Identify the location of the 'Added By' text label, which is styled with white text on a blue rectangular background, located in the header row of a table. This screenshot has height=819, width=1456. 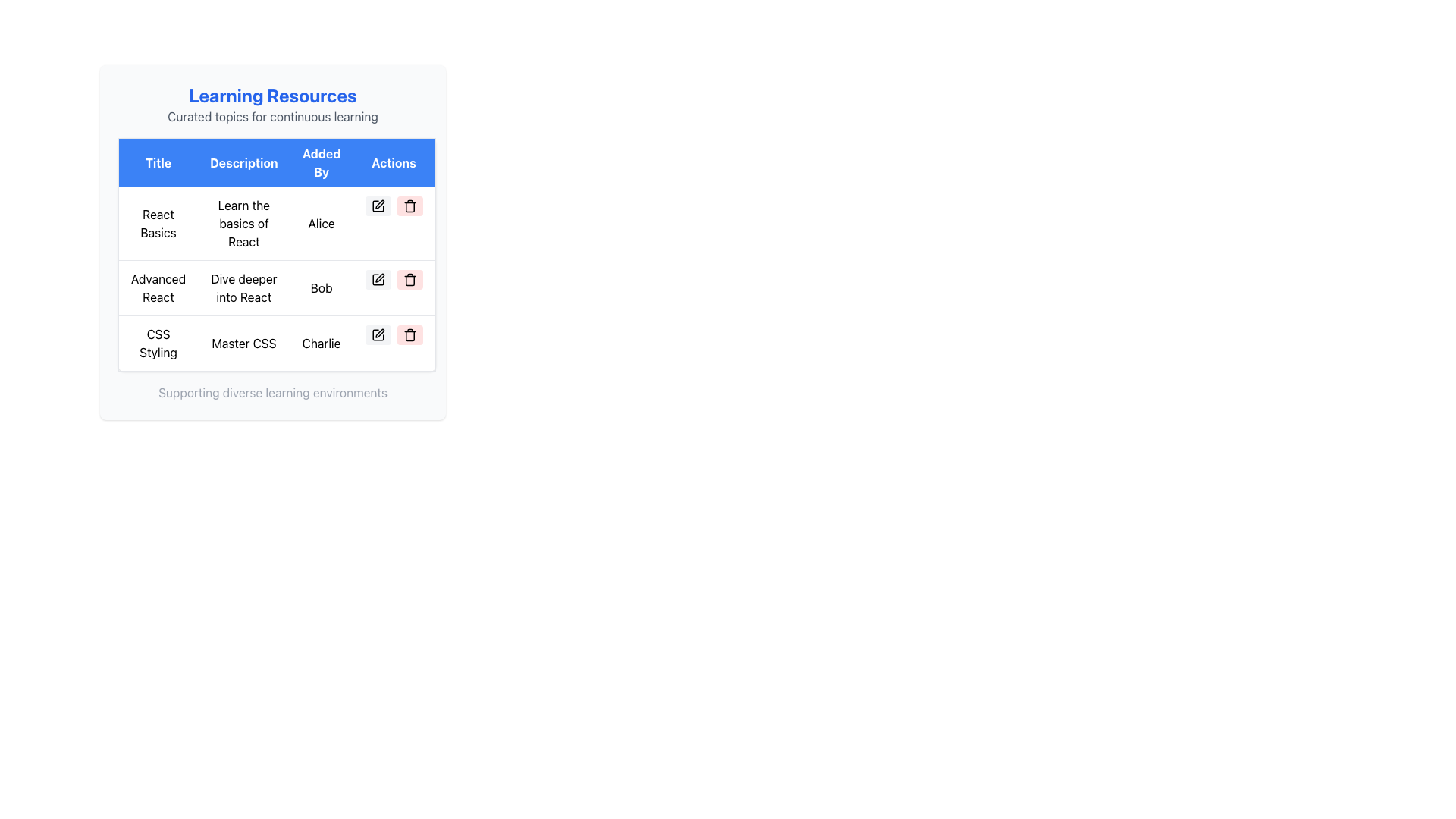
(321, 162).